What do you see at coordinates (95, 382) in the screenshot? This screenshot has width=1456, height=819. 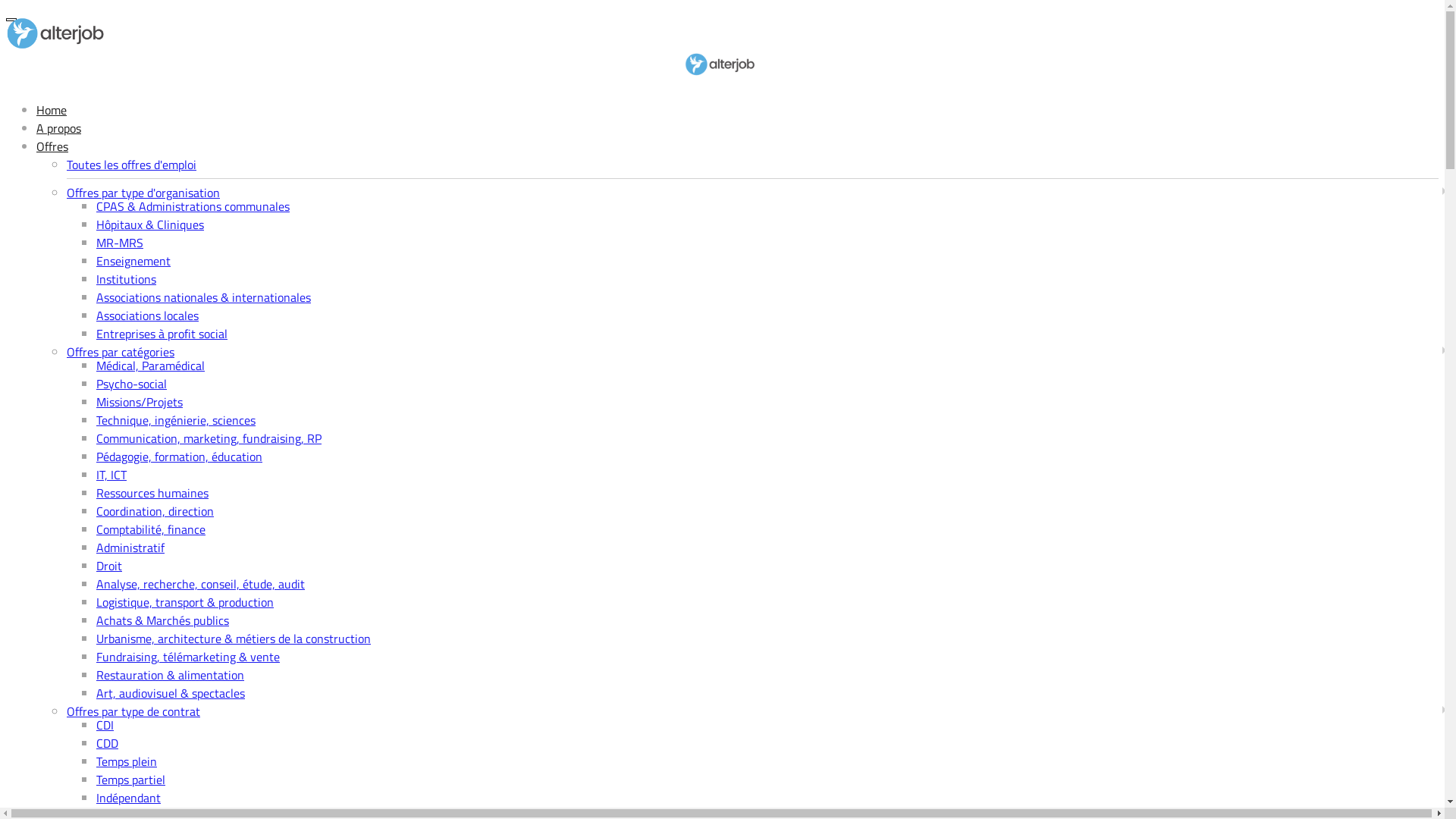 I see `'Psycho-social'` at bounding box center [95, 382].